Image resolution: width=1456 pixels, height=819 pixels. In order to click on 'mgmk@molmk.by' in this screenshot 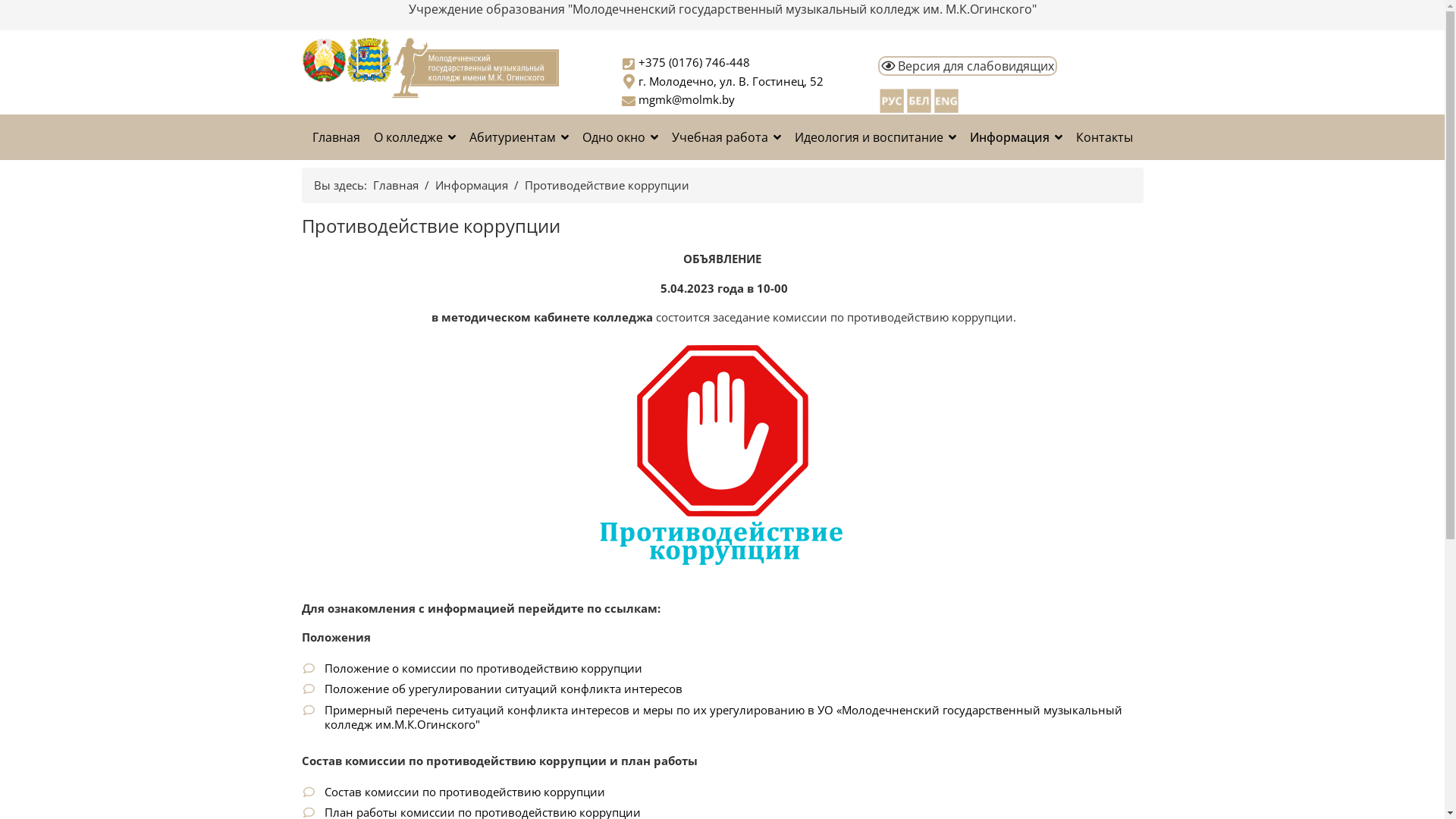, I will do `click(638, 99)`.